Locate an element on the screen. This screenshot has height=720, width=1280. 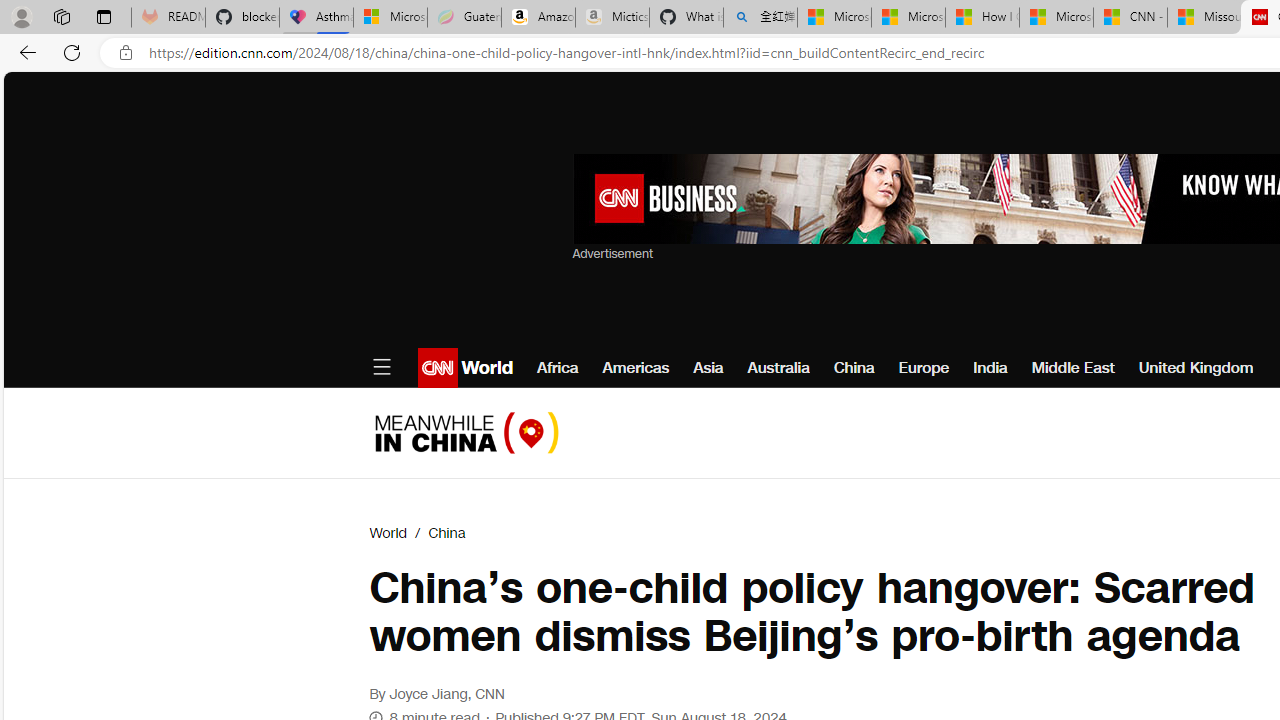
'Americas' is located at coordinates (634, 367).